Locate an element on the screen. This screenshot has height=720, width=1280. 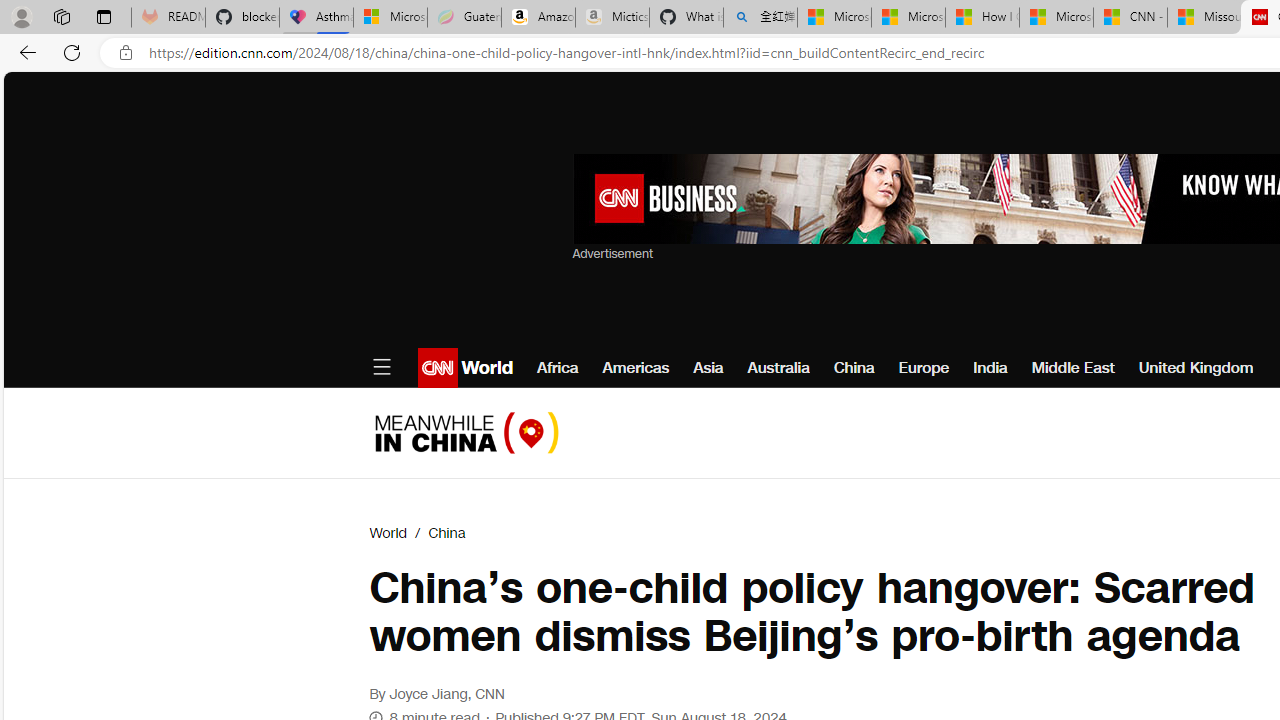
'Americas' is located at coordinates (634, 367).